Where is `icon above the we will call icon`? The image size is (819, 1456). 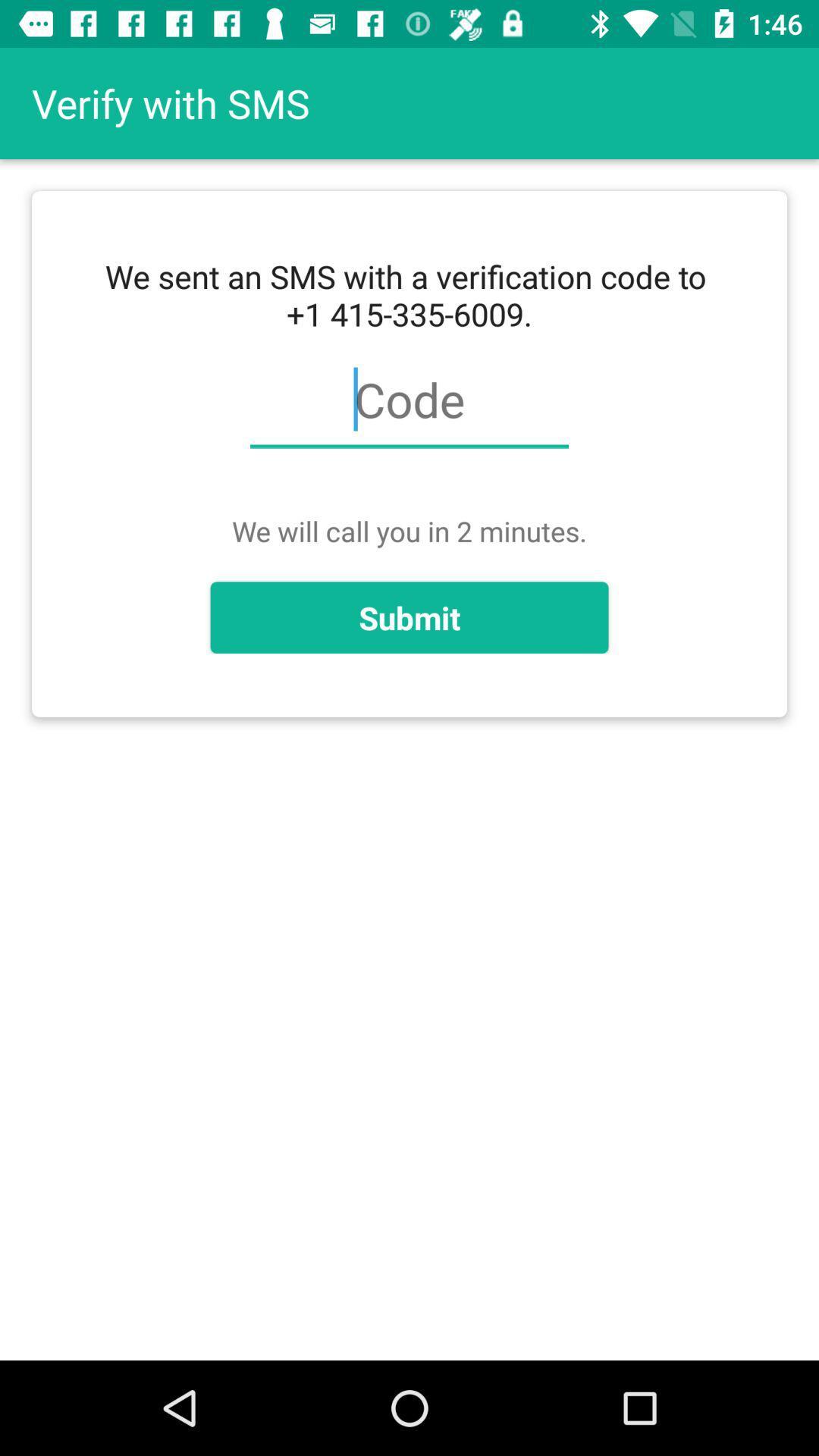 icon above the we will call icon is located at coordinates (409, 408).